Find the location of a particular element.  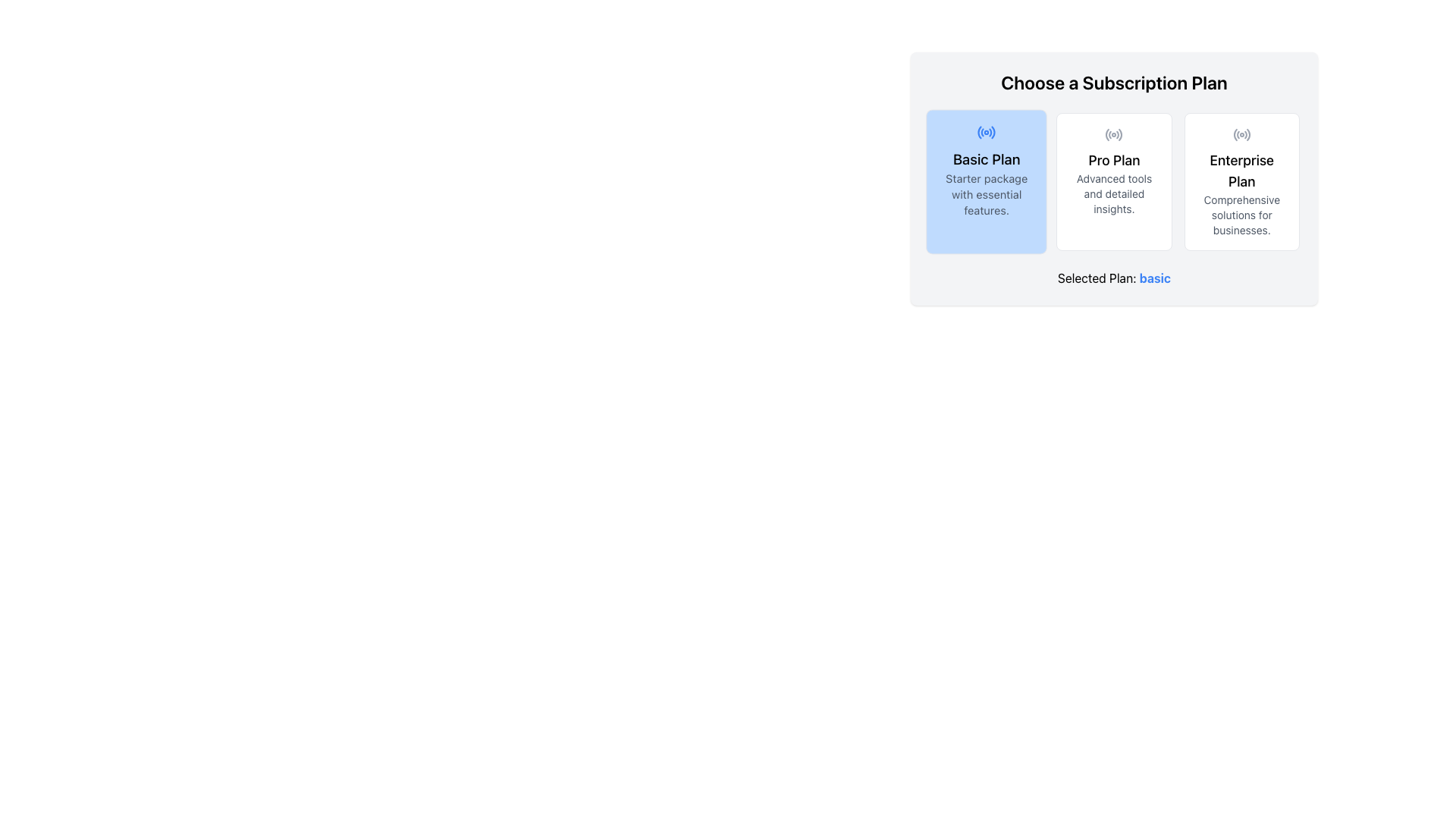

the 'Pro Plan' card, which is the second card in a row of three options is located at coordinates (1114, 180).